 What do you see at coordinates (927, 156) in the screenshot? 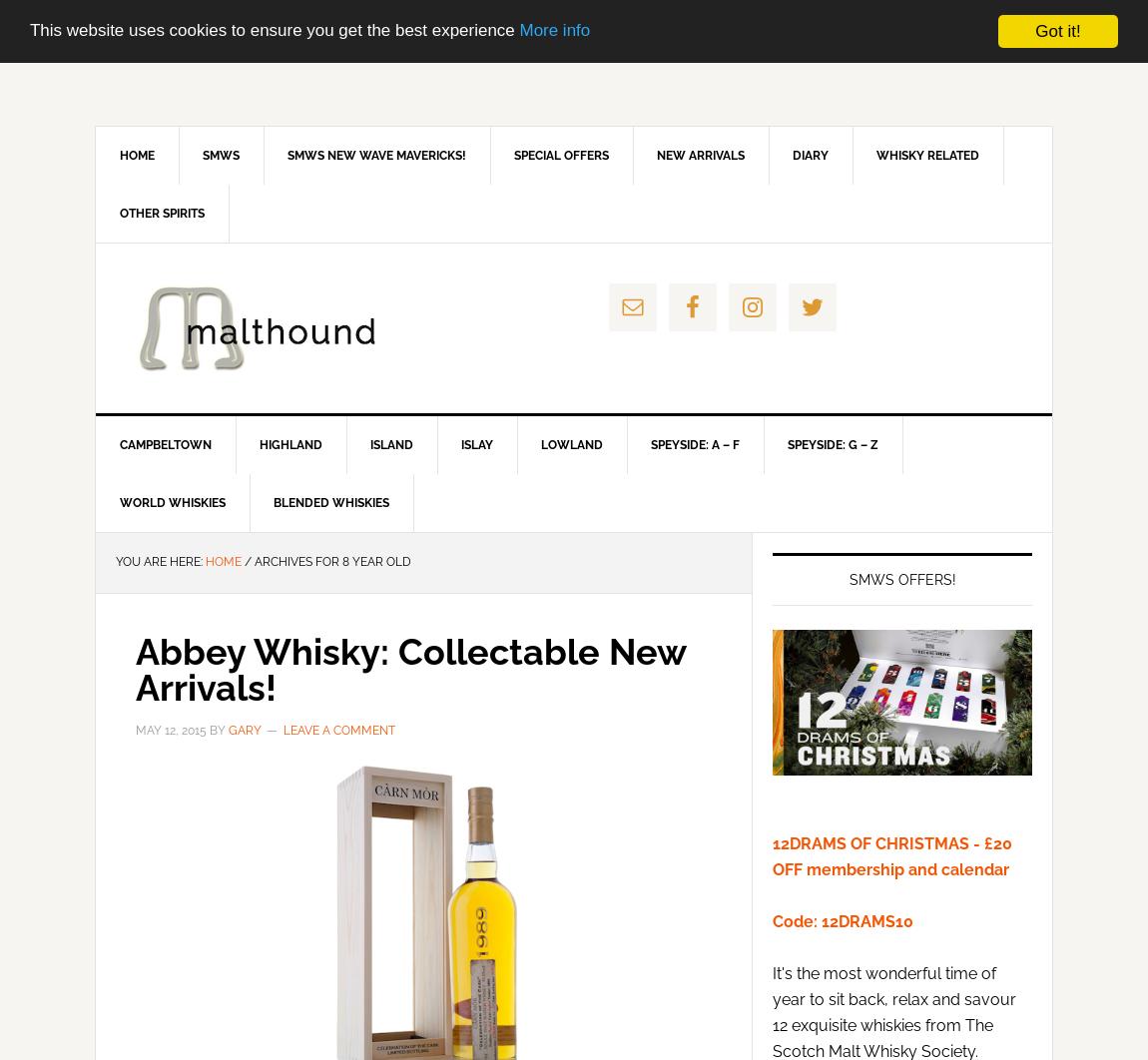
I see `'Whisky Related'` at bounding box center [927, 156].